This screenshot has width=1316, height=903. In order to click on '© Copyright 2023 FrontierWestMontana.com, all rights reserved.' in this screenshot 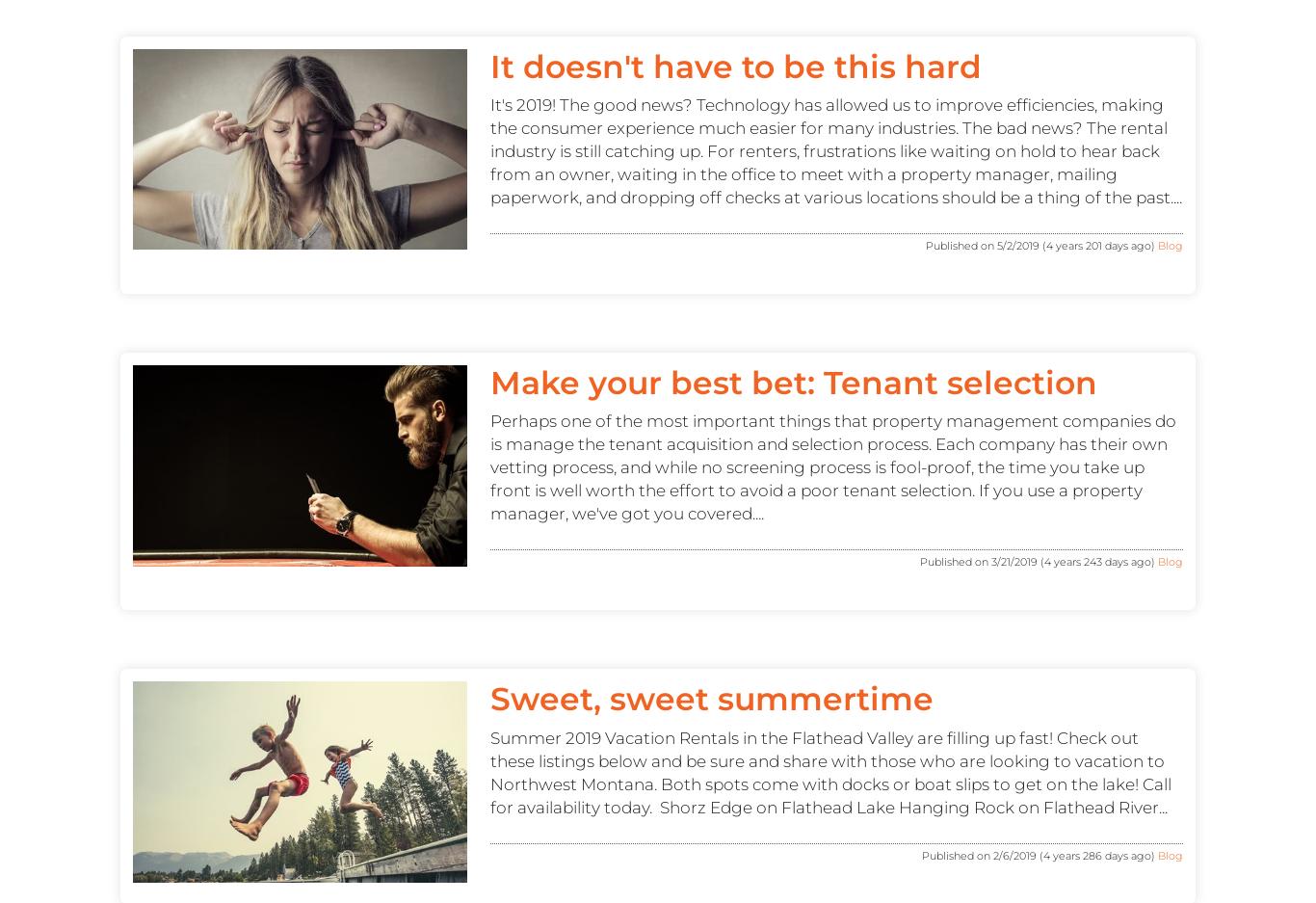, I will do `click(656, 328)`.